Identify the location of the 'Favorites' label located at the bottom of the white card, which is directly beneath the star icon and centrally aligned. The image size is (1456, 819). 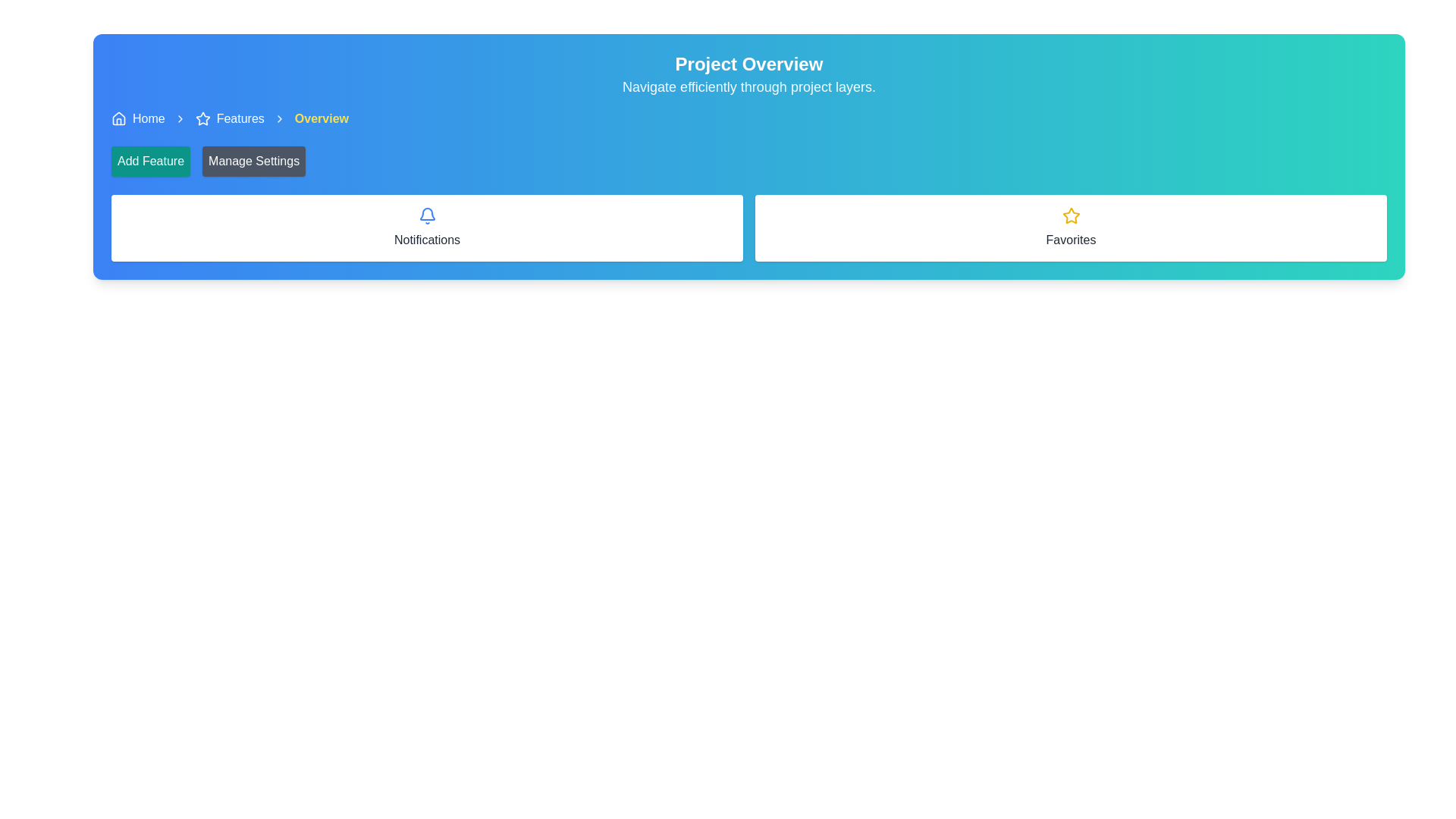
(1070, 239).